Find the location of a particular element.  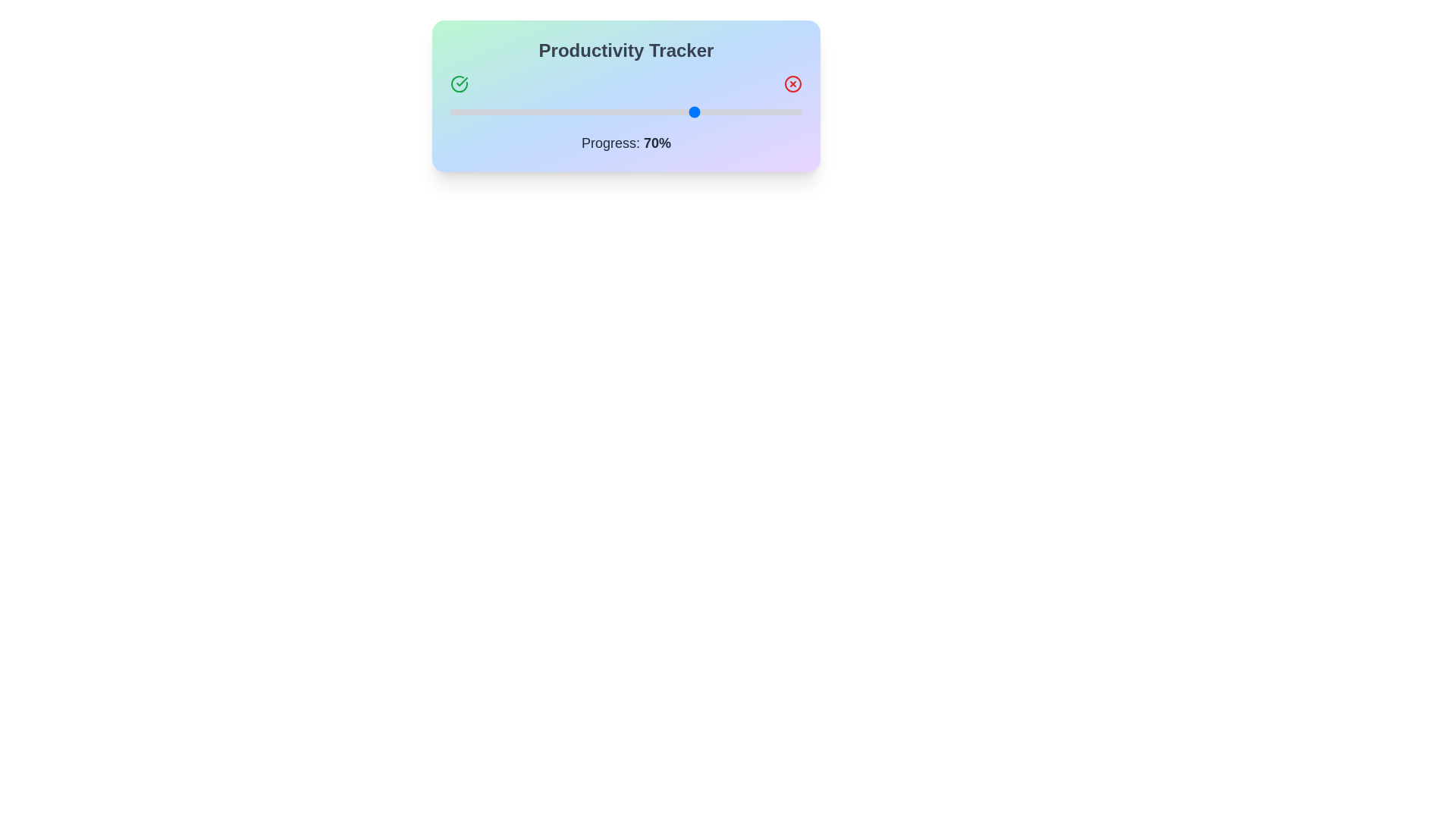

the green checkmark icon, which is located on the far left of the header area above a progress bar, indicating its importance with a minimalist design is located at coordinates (458, 84).